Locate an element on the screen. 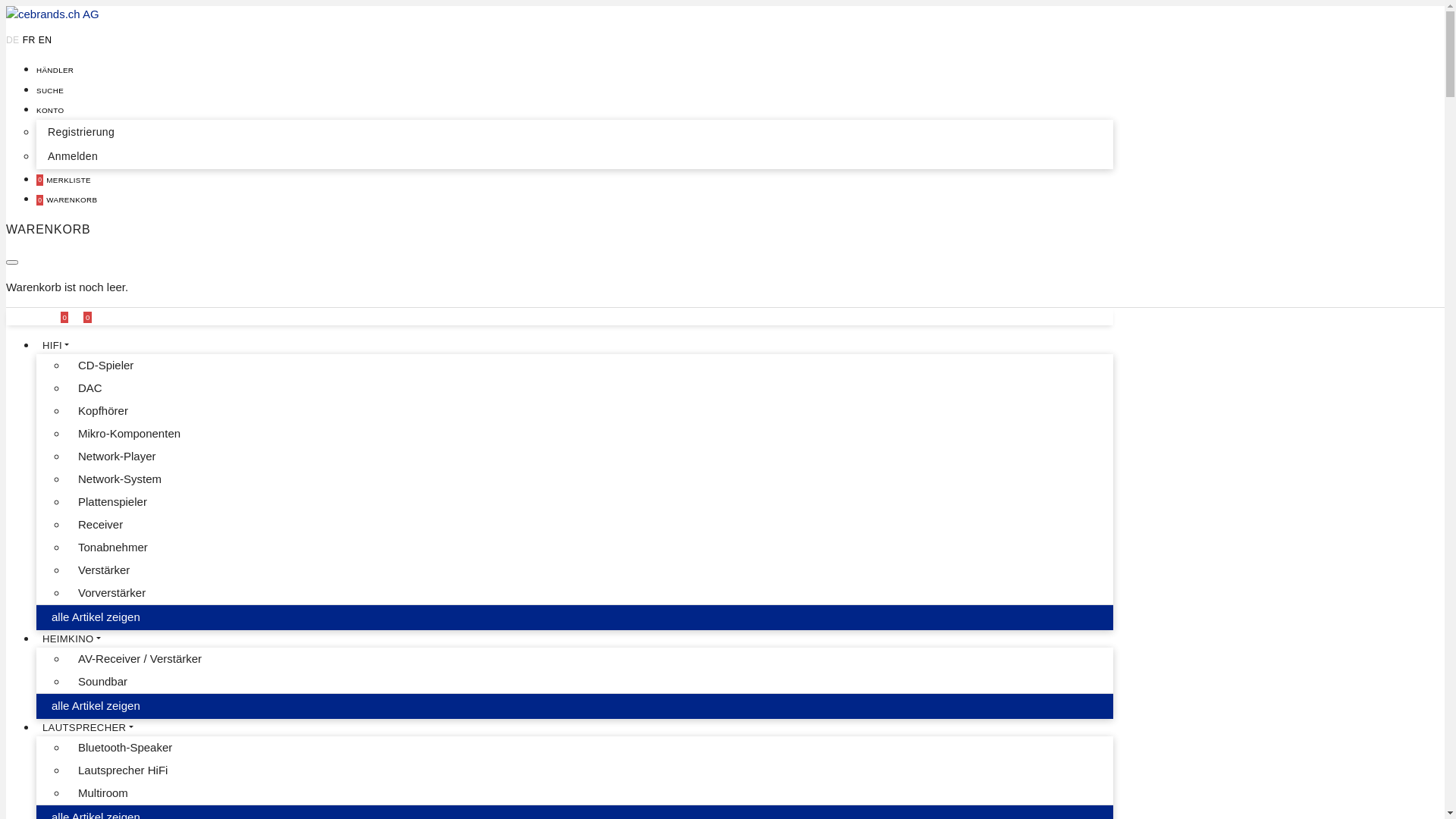  'Soundbar' is located at coordinates (153, 680).